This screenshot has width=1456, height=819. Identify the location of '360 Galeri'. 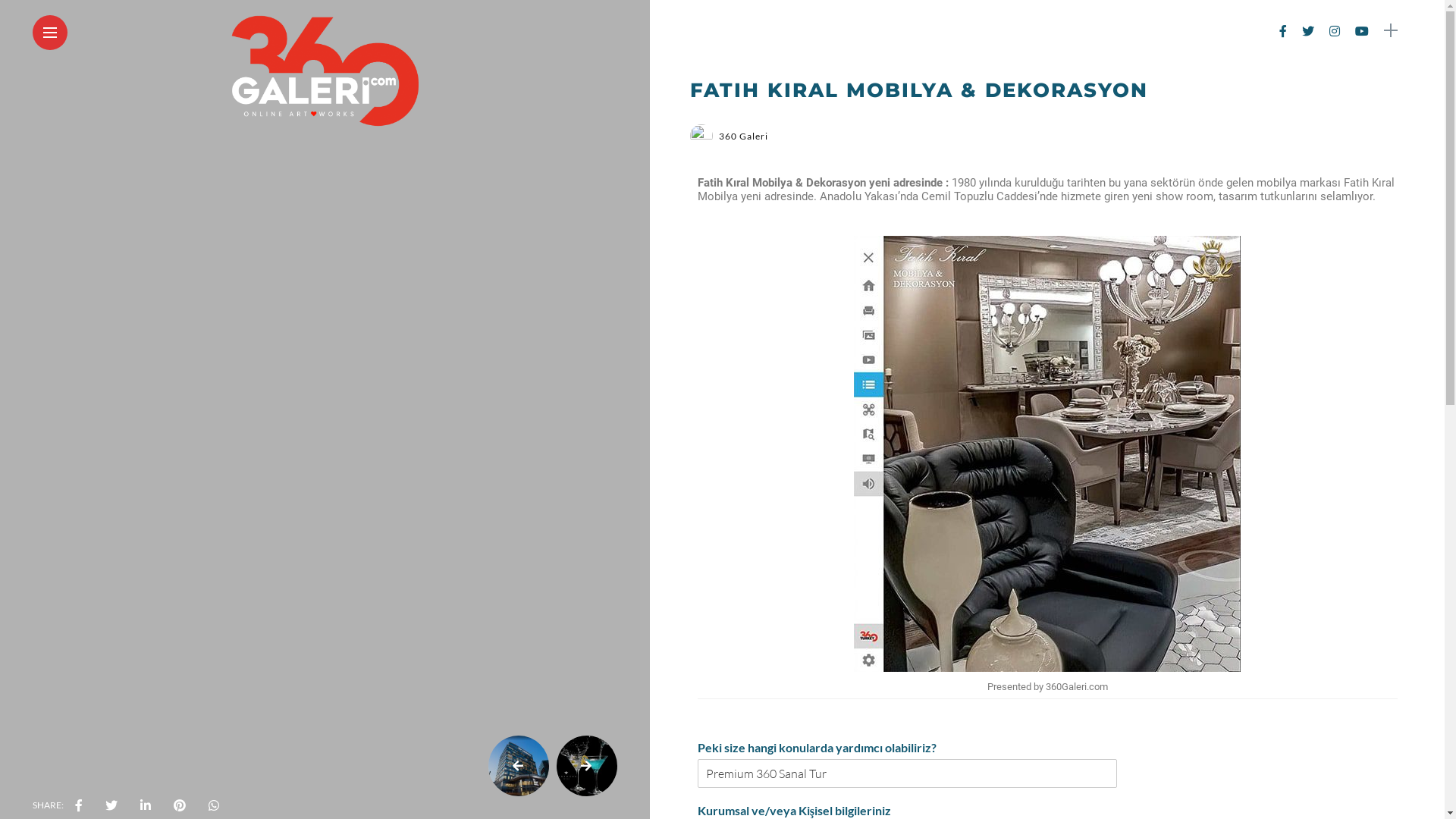
(718, 135).